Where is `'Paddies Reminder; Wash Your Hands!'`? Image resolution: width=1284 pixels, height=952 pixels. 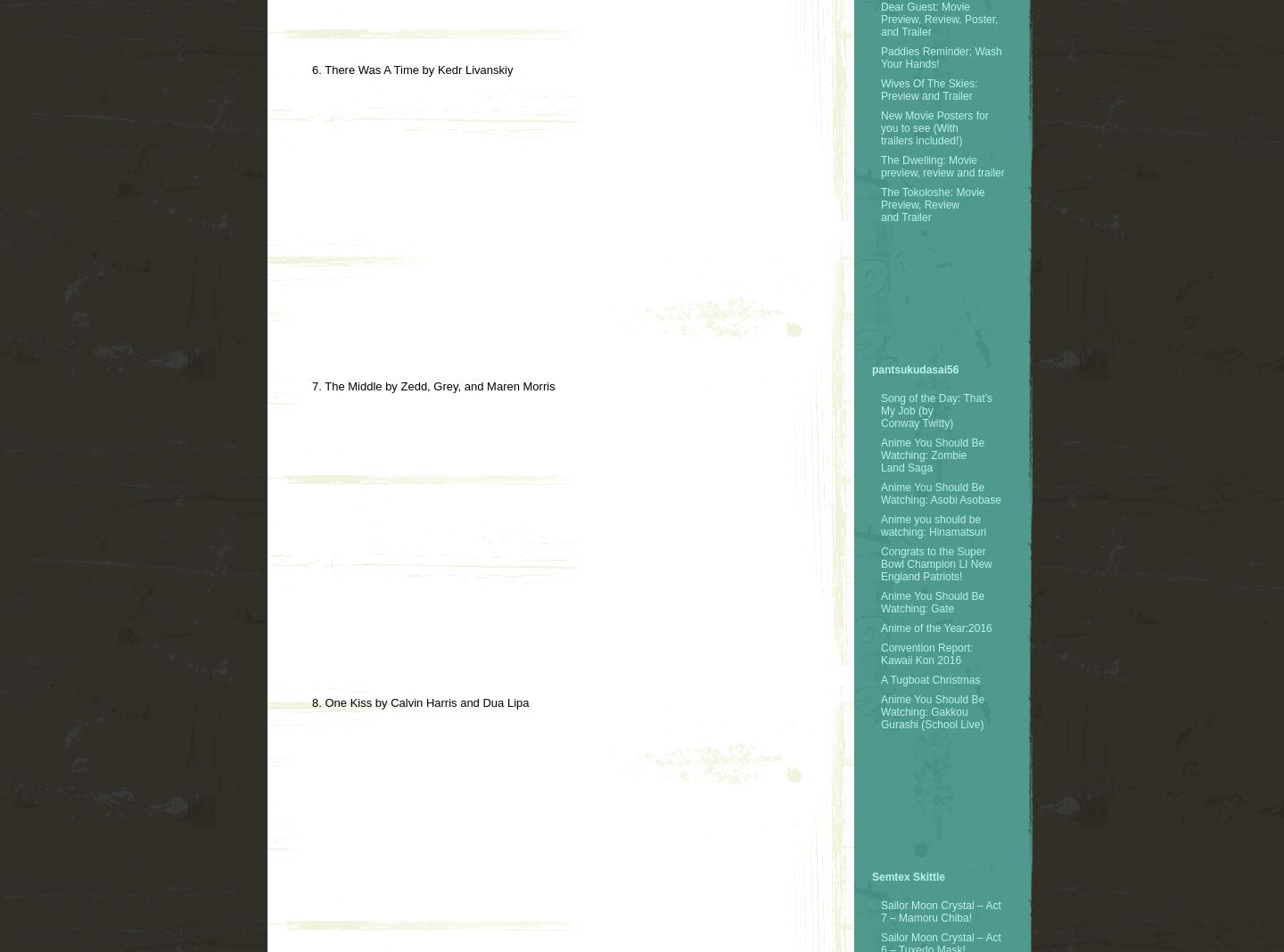 'Paddies Reminder; Wash Your Hands!' is located at coordinates (941, 55).